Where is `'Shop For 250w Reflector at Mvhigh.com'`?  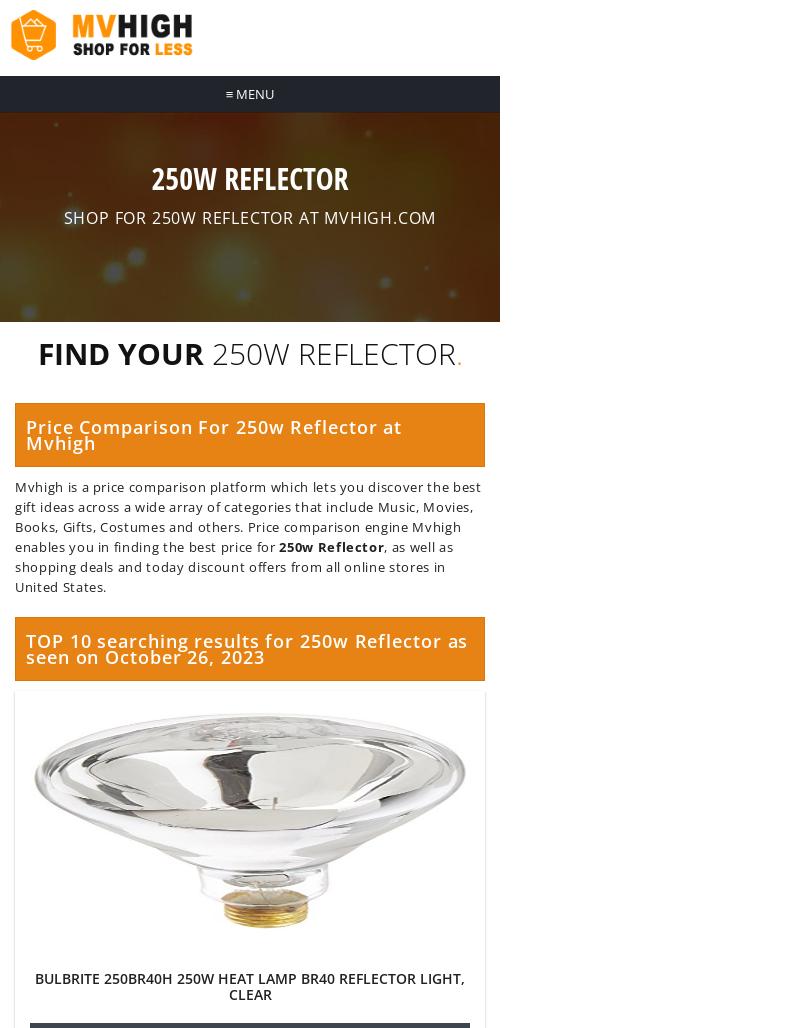 'Shop For 250w Reflector at Mvhigh.com' is located at coordinates (62, 217).